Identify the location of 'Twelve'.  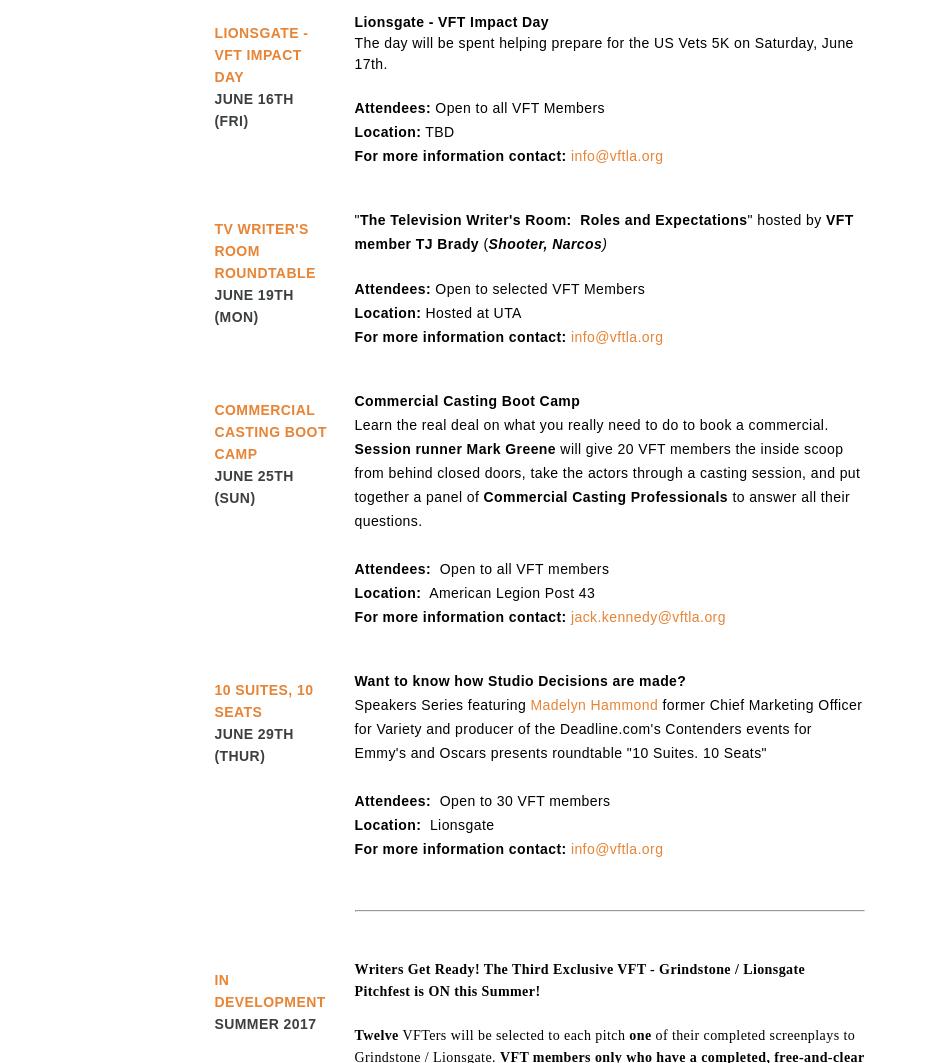
(374, 1034).